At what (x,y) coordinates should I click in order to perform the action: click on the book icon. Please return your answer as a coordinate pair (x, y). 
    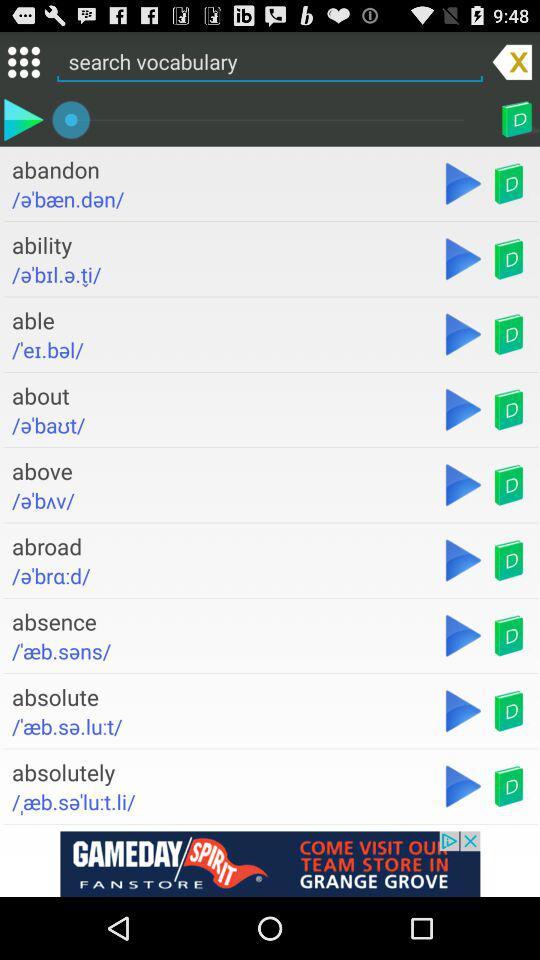
    Looking at the image, I should click on (516, 126).